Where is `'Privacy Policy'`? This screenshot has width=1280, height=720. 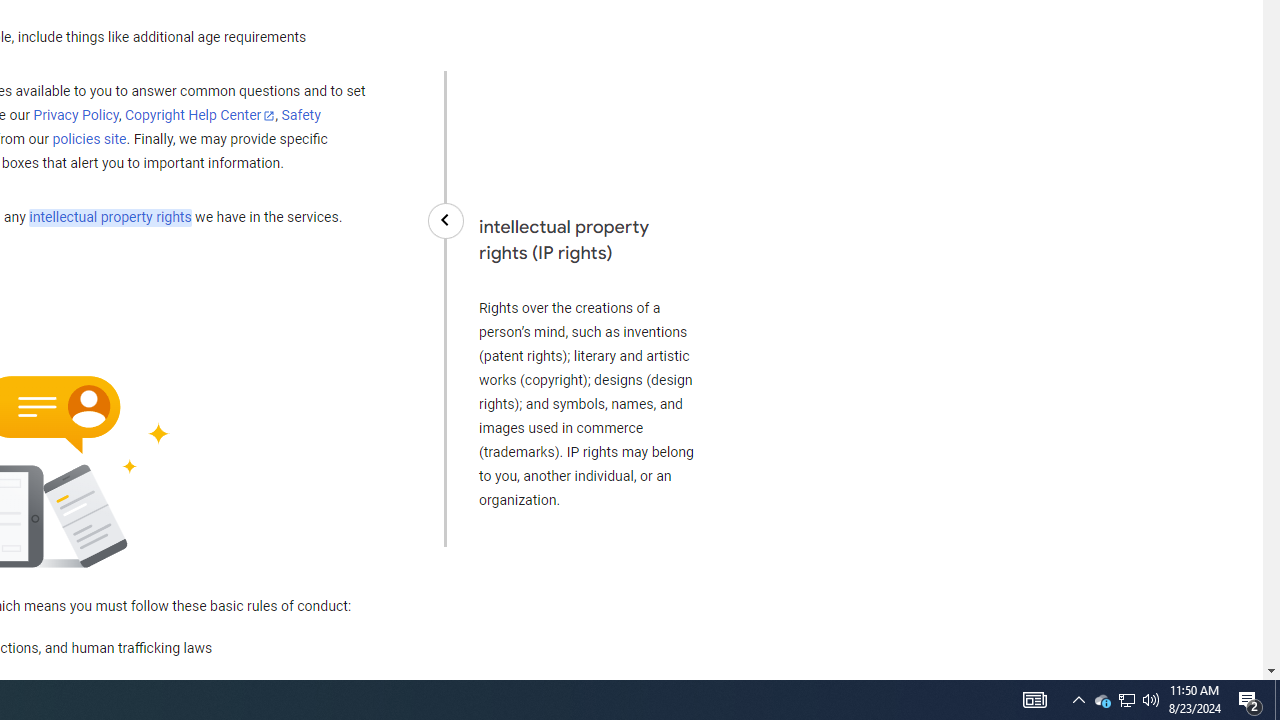
'Privacy Policy' is located at coordinates (76, 116).